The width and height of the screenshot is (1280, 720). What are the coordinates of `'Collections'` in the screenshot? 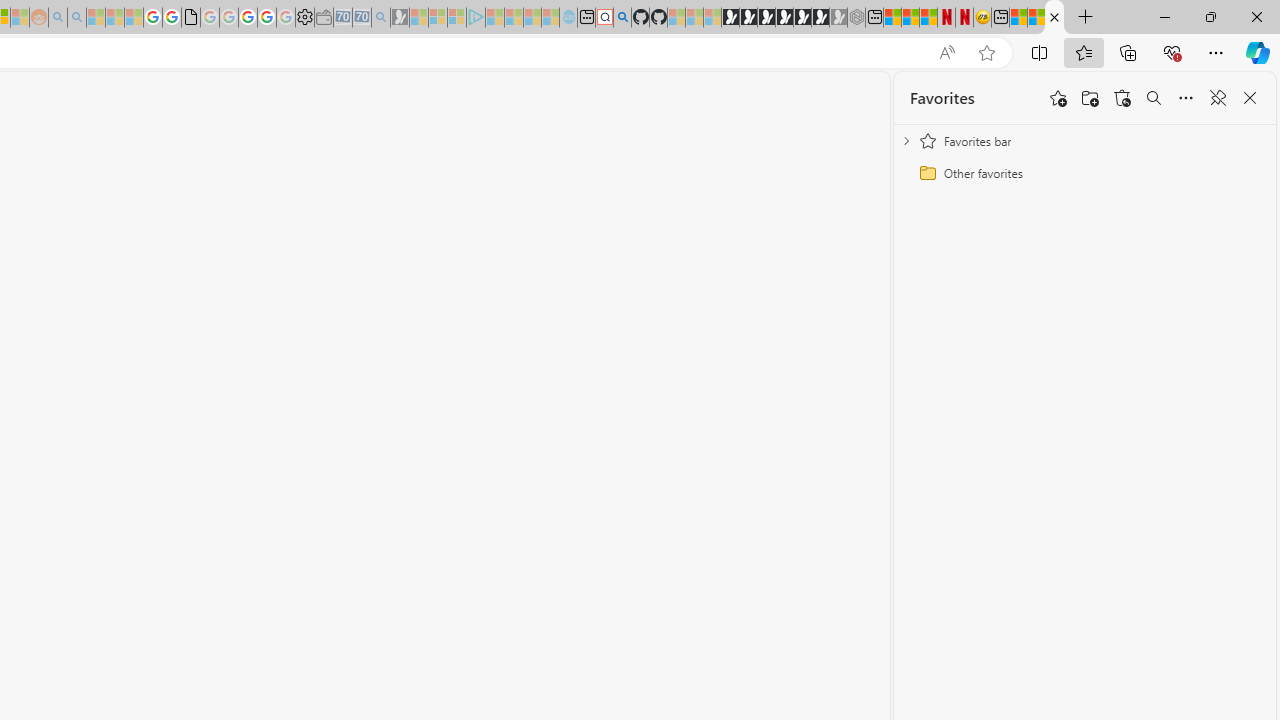 It's located at (1128, 51).